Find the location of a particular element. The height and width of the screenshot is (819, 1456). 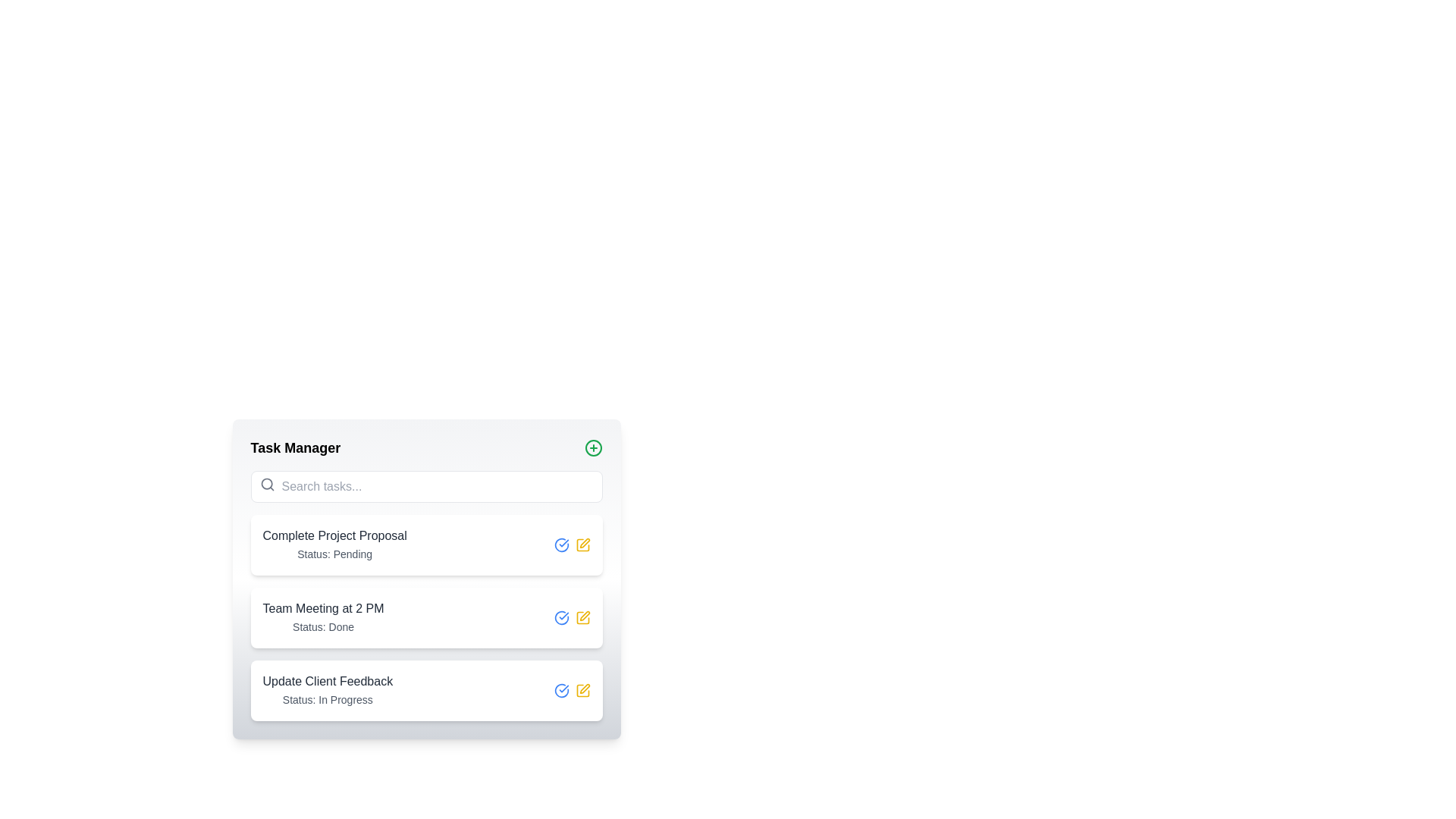

the group of action icons consisting of a blue circular checkmark and a yellow square pen, located in the 'Team Meeting at 2 PM' task entry is located at coordinates (571, 617).